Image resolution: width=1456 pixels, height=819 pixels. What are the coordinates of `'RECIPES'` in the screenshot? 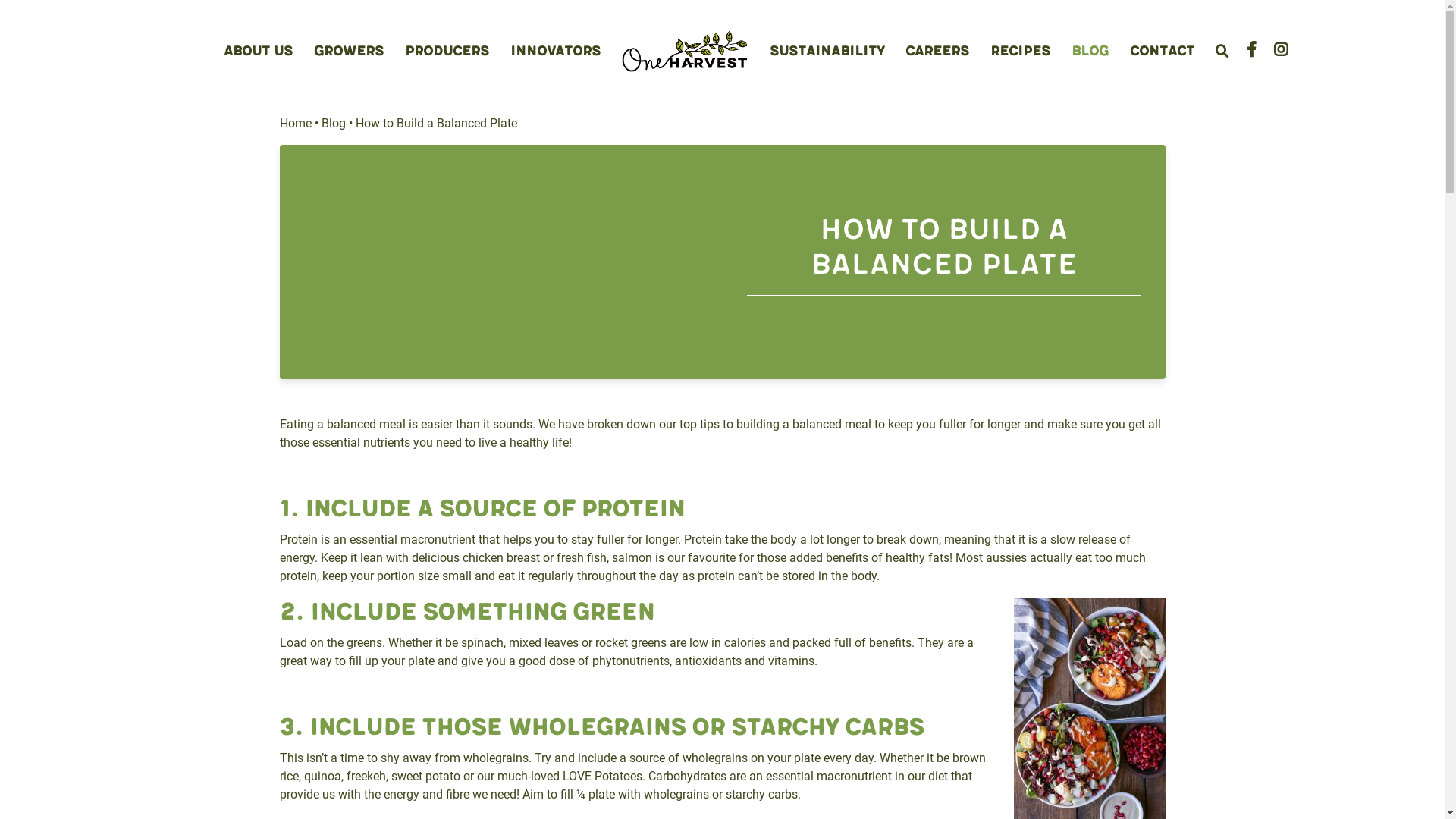 It's located at (1020, 50).